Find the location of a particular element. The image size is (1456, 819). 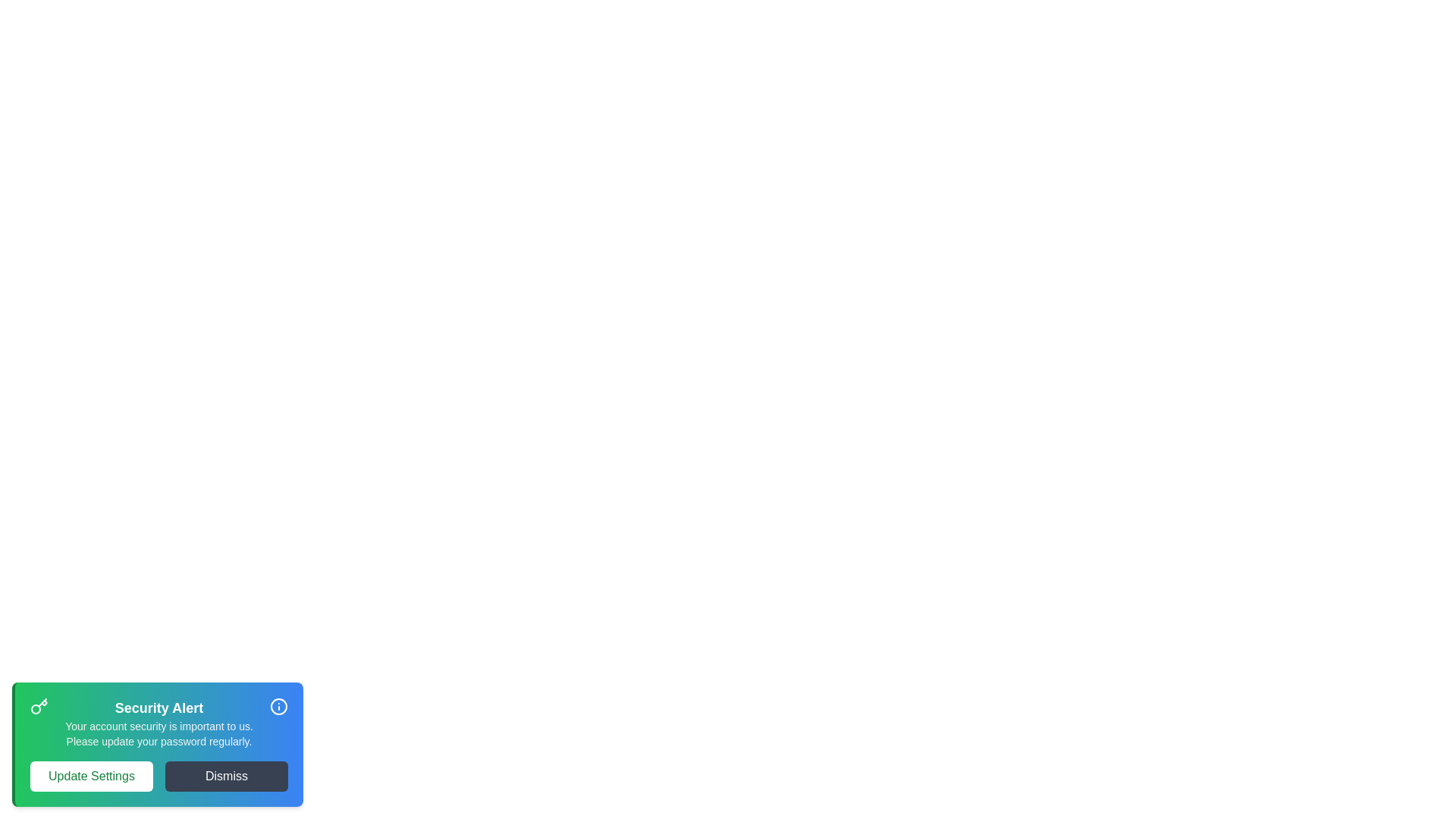

the 'Dismiss' button to close the snackbar is located at coordinates (225, 776).